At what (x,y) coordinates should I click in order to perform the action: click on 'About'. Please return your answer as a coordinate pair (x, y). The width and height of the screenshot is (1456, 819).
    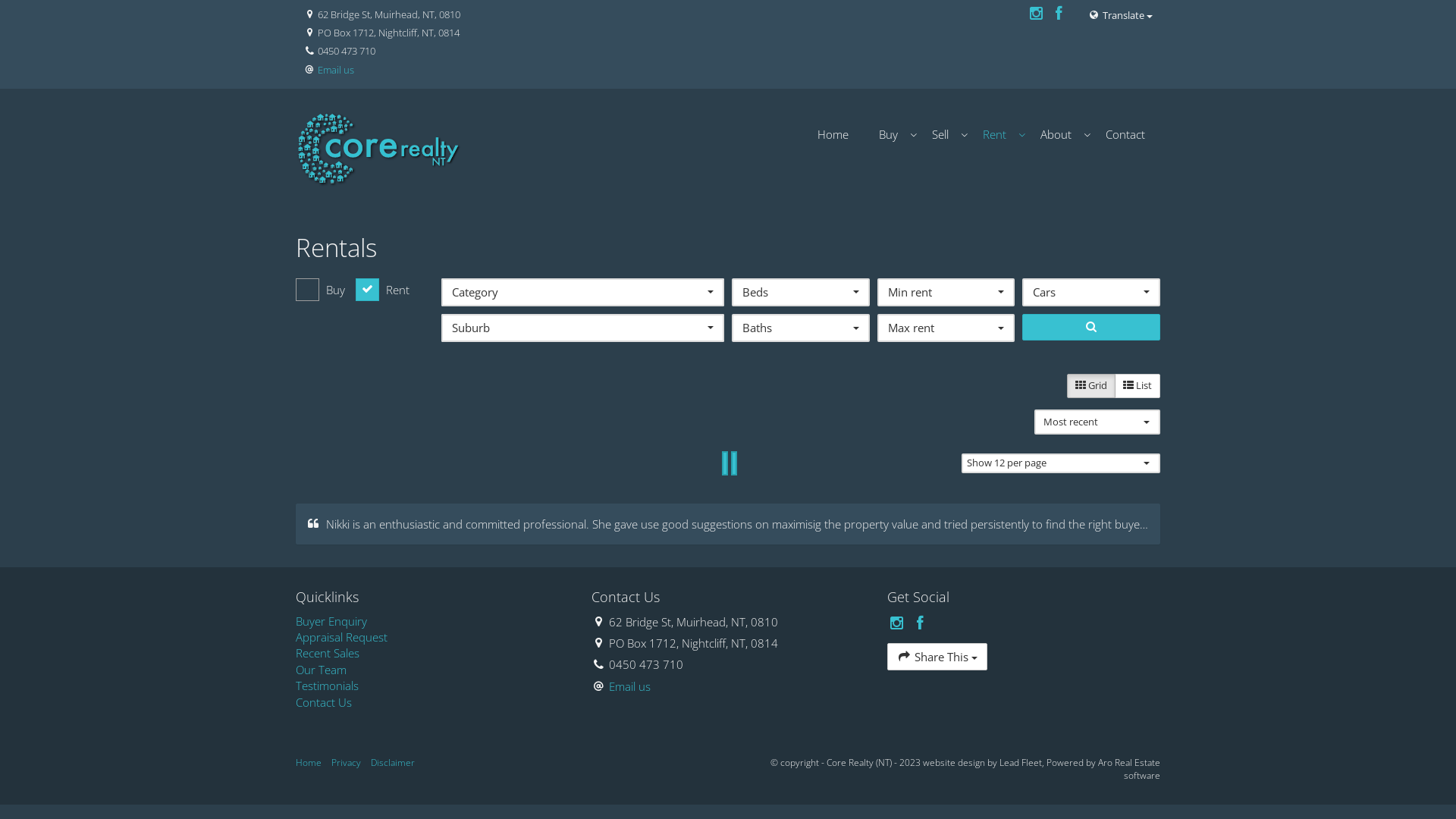
    Looking at the image, I should click on (1057, 133).